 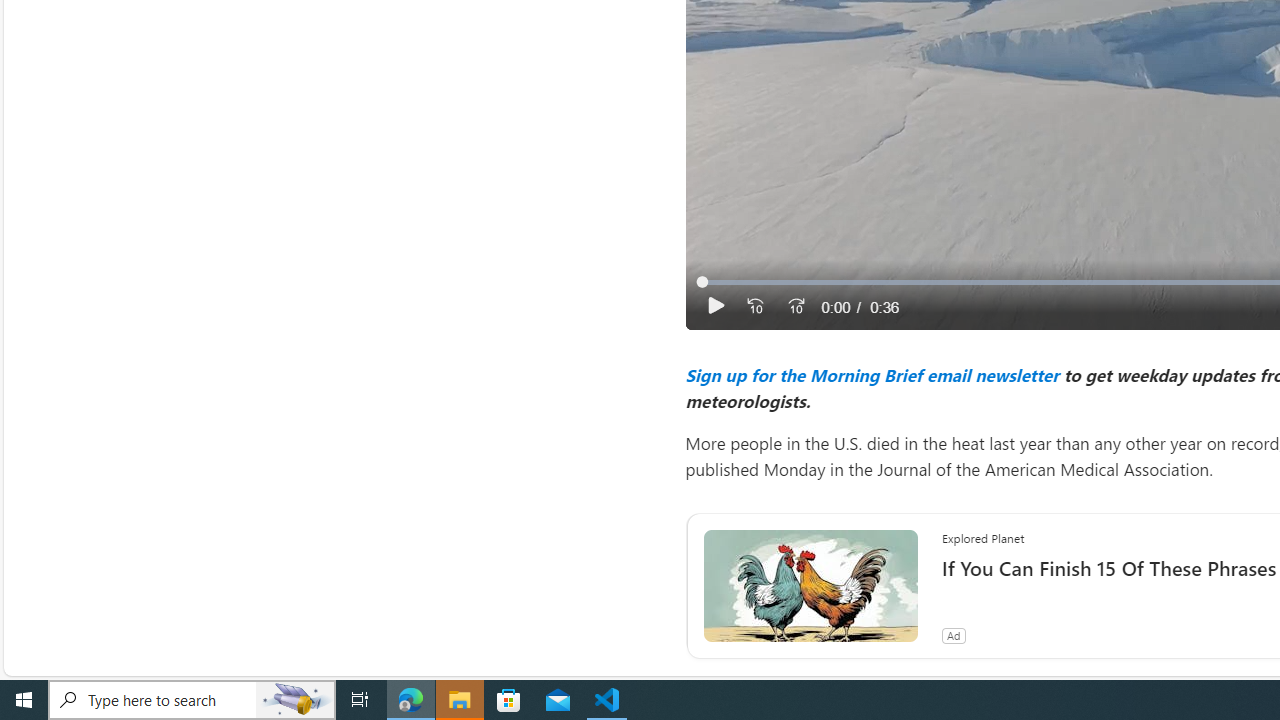 I want to click on 'Seek Back', so click(x=754, y=306).